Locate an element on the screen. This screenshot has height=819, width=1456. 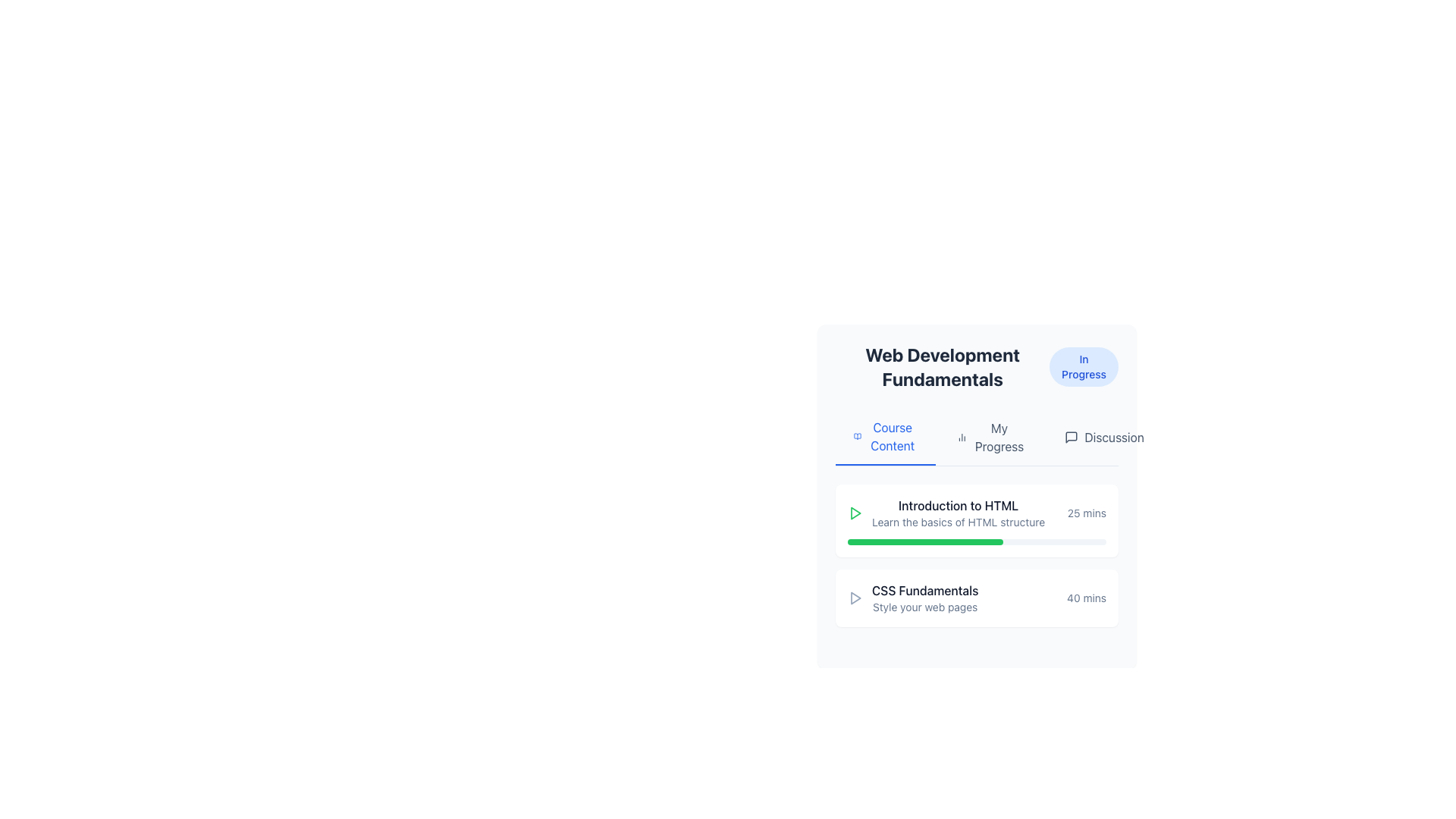
the 'Introduction to HTML' course module entry, which has a play icon is located at coordinates (946, 513).